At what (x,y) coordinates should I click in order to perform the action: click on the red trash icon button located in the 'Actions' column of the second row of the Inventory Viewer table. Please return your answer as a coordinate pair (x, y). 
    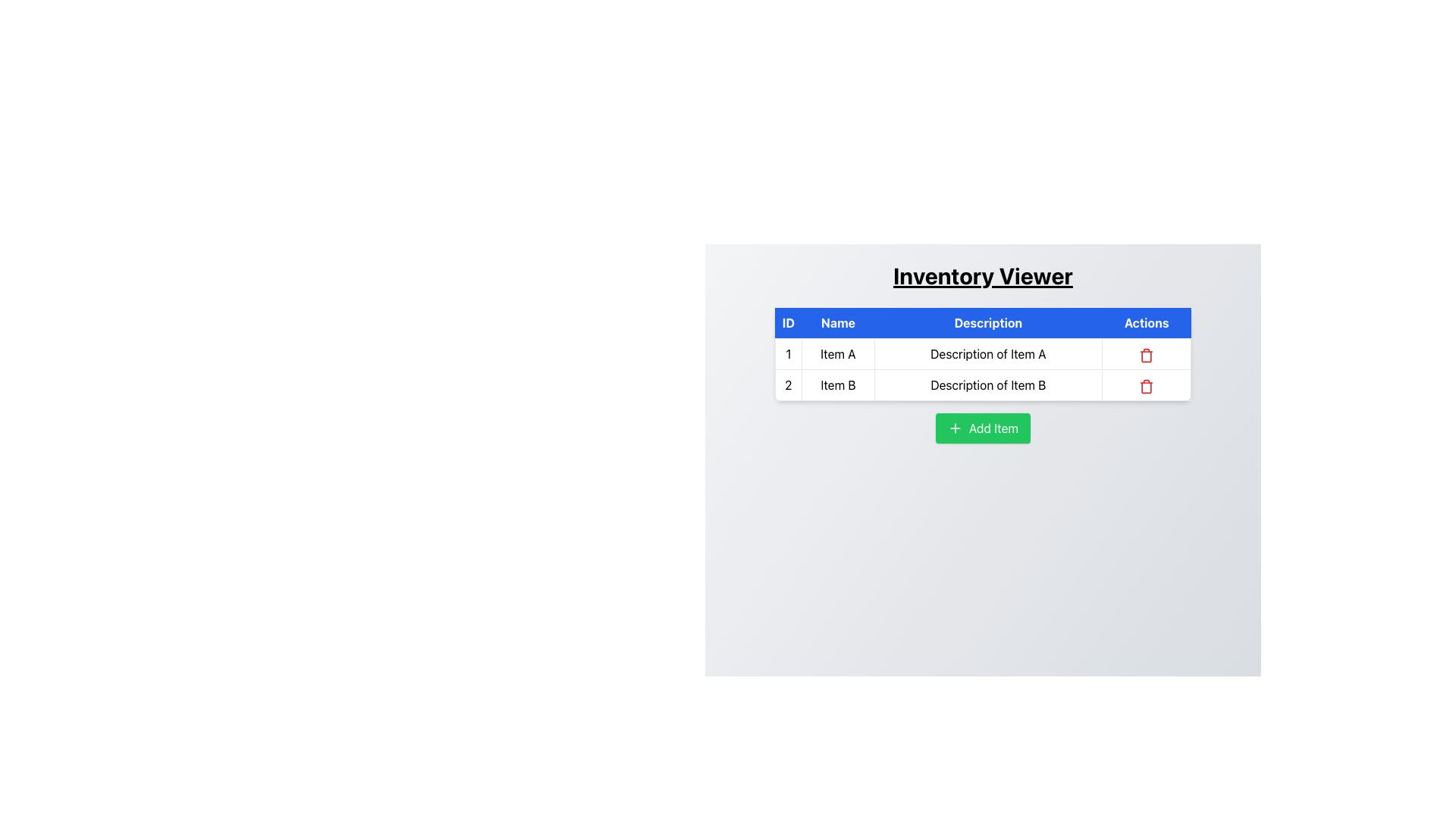
    Looking at the image, I should click on (1147, 353).